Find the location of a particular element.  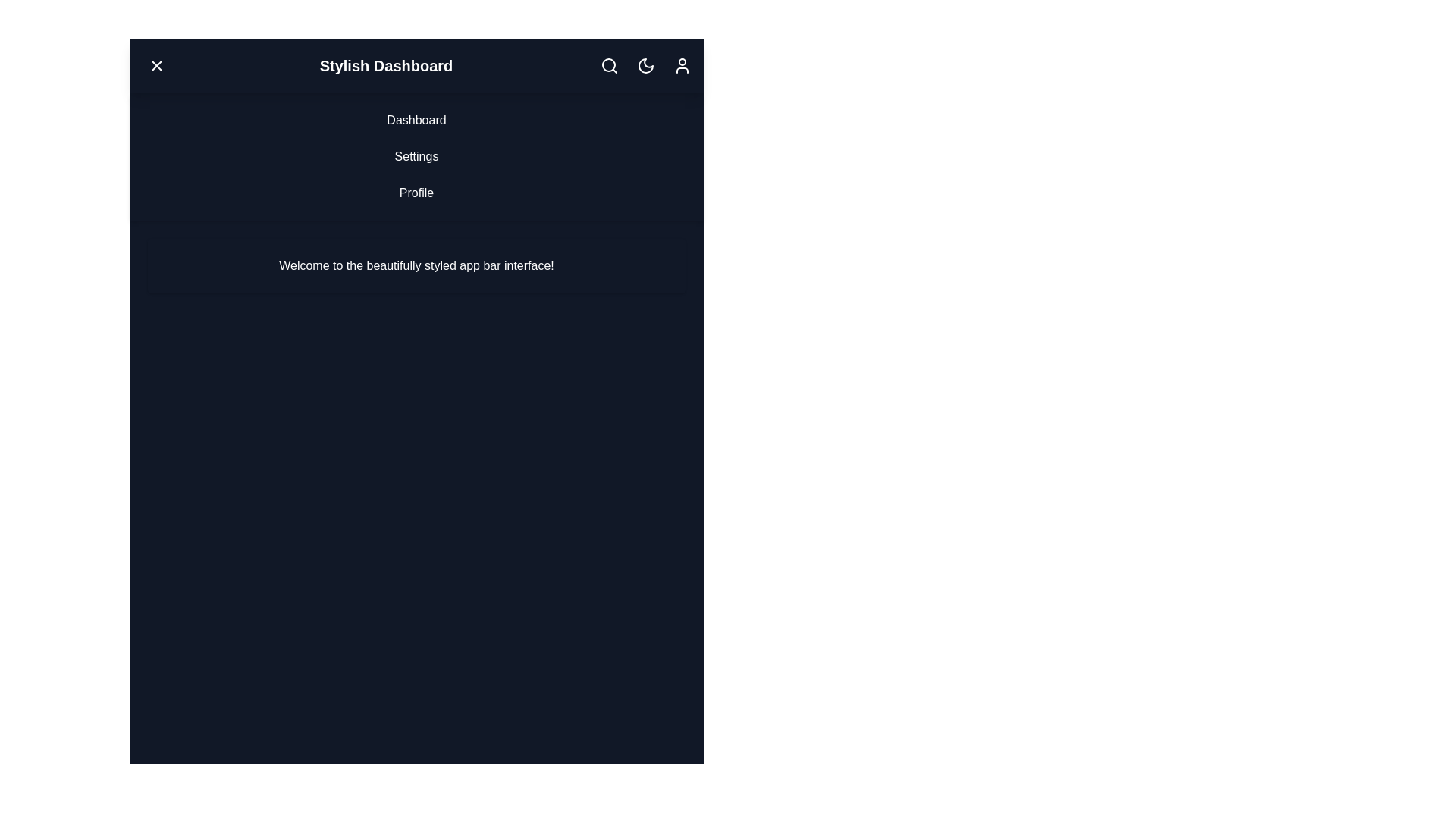

the search icon in the app bar is located at coordinates (609, 65).